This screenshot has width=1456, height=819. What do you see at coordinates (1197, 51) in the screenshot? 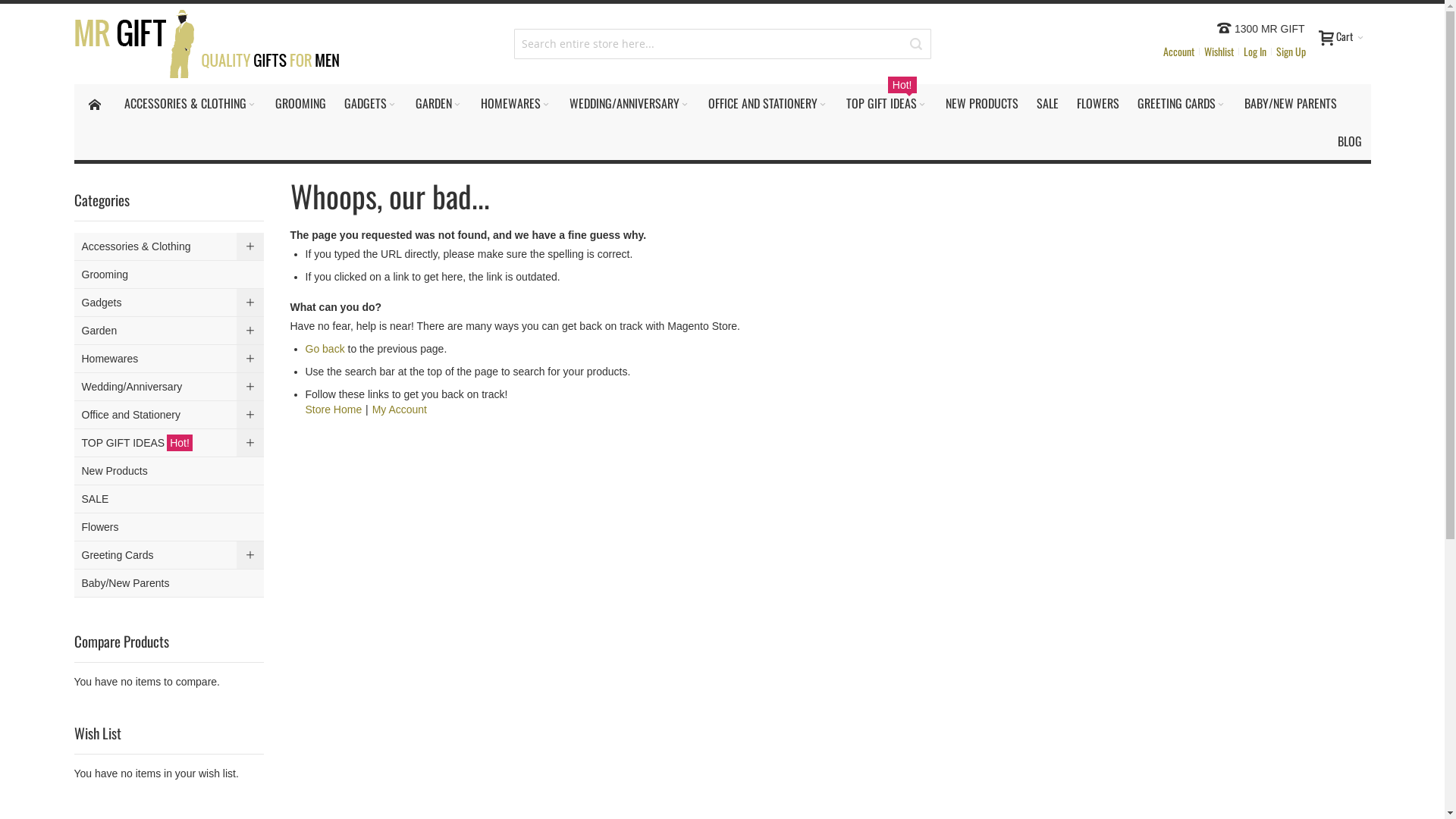
I see `'Wishlist'` at bounding box center [1197, 51].